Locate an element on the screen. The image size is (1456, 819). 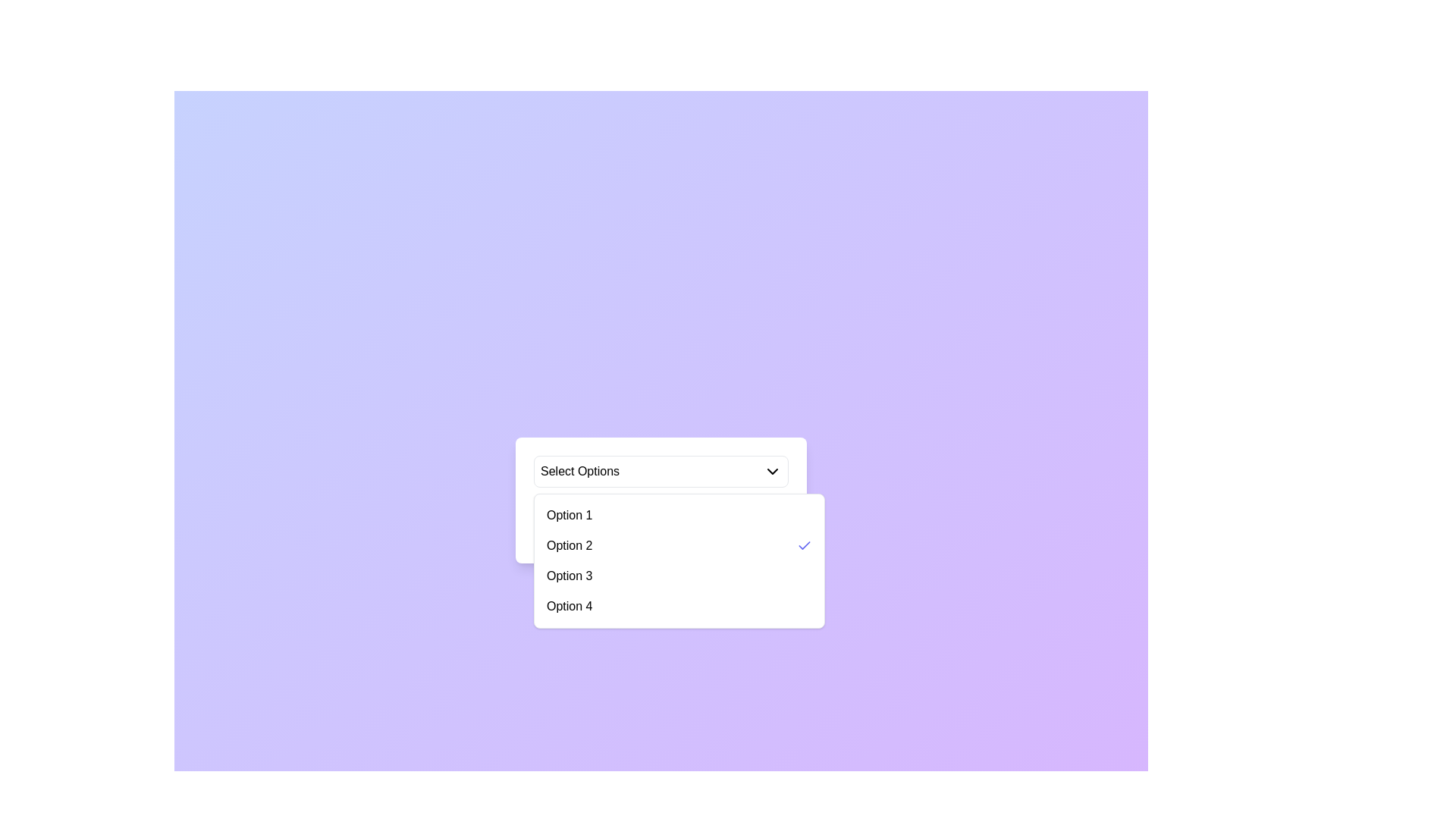
the small checkmark icon with a thin stroke, which is part of a larger SVG component near the center of the dropdown panel aligned with 'Option 2' is located at coordinates (803, 544).